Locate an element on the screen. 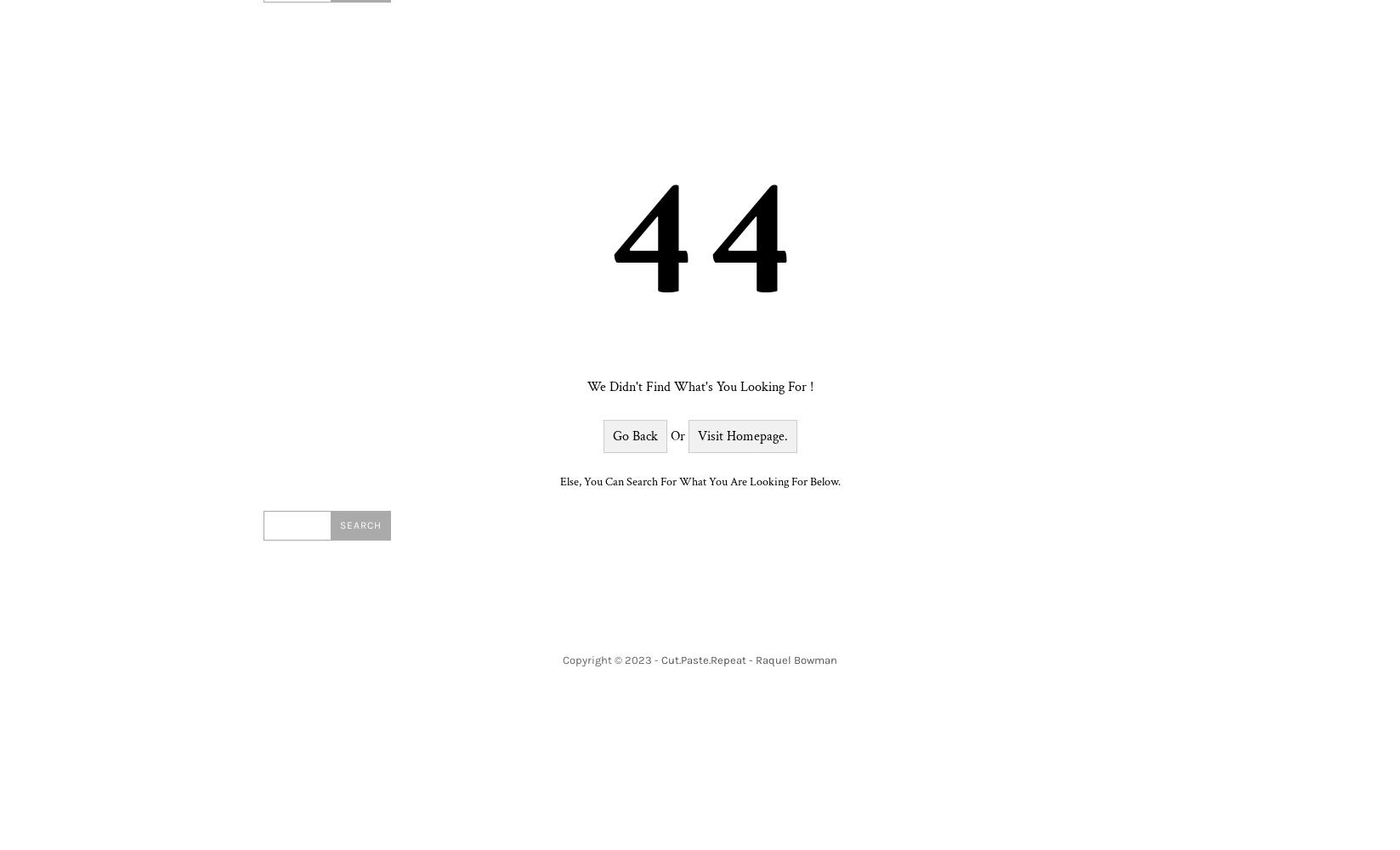  'Copyright ©' is located at coordinates (593, 660).